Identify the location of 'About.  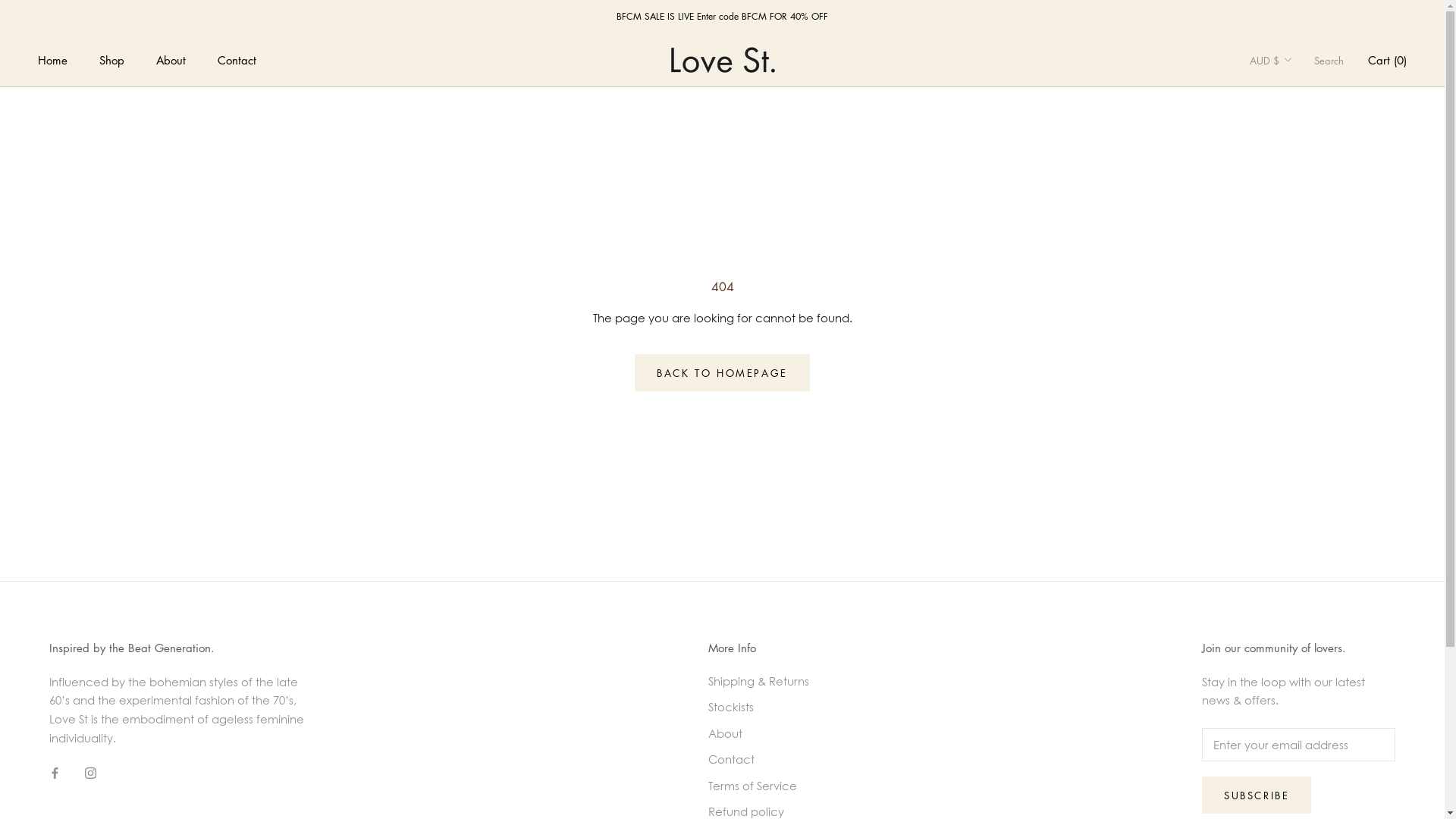
(171, 58).